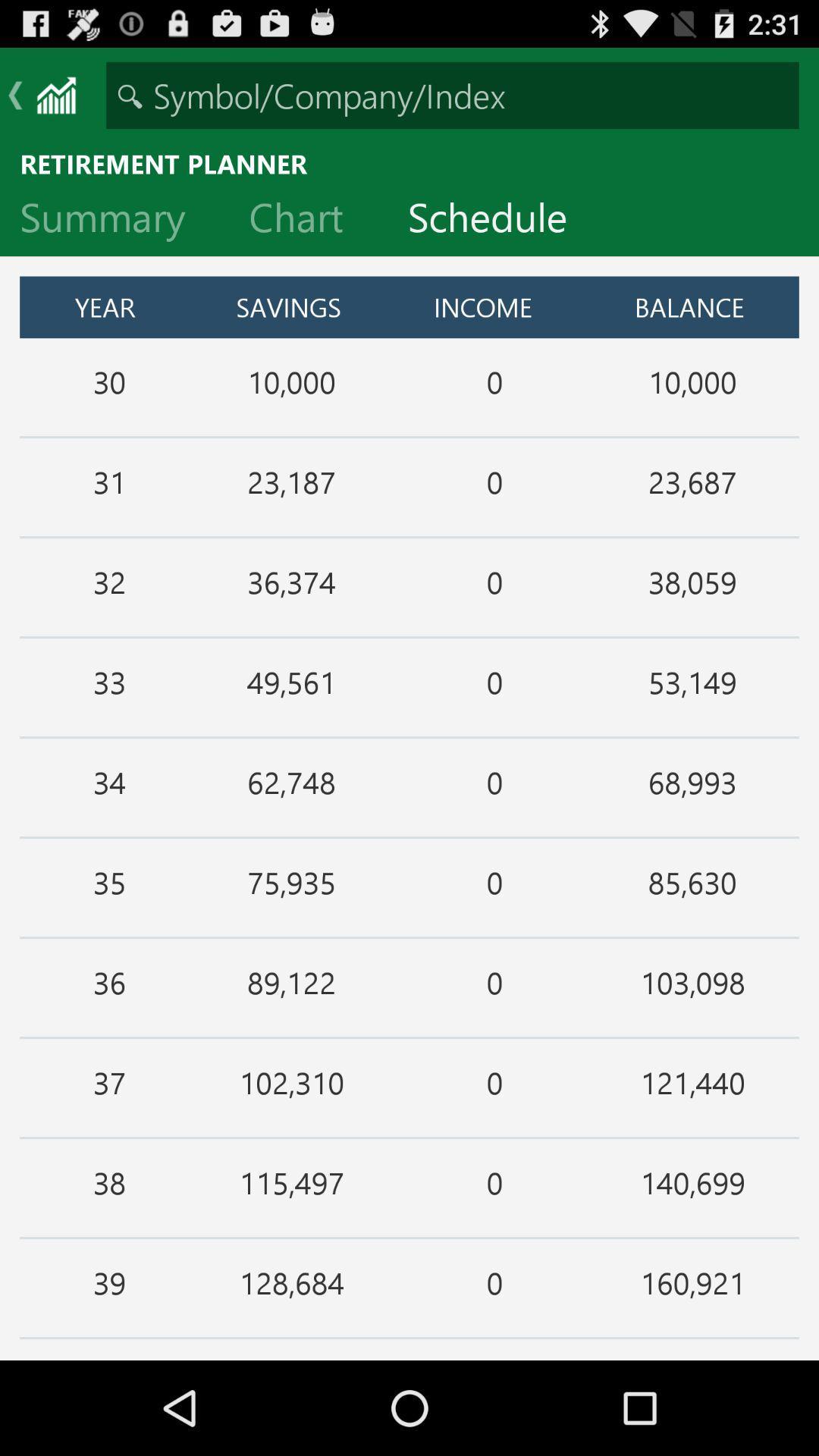  Describe the element at coordinates (307, 220) in the screenshot. I see `the chart item` at that location.